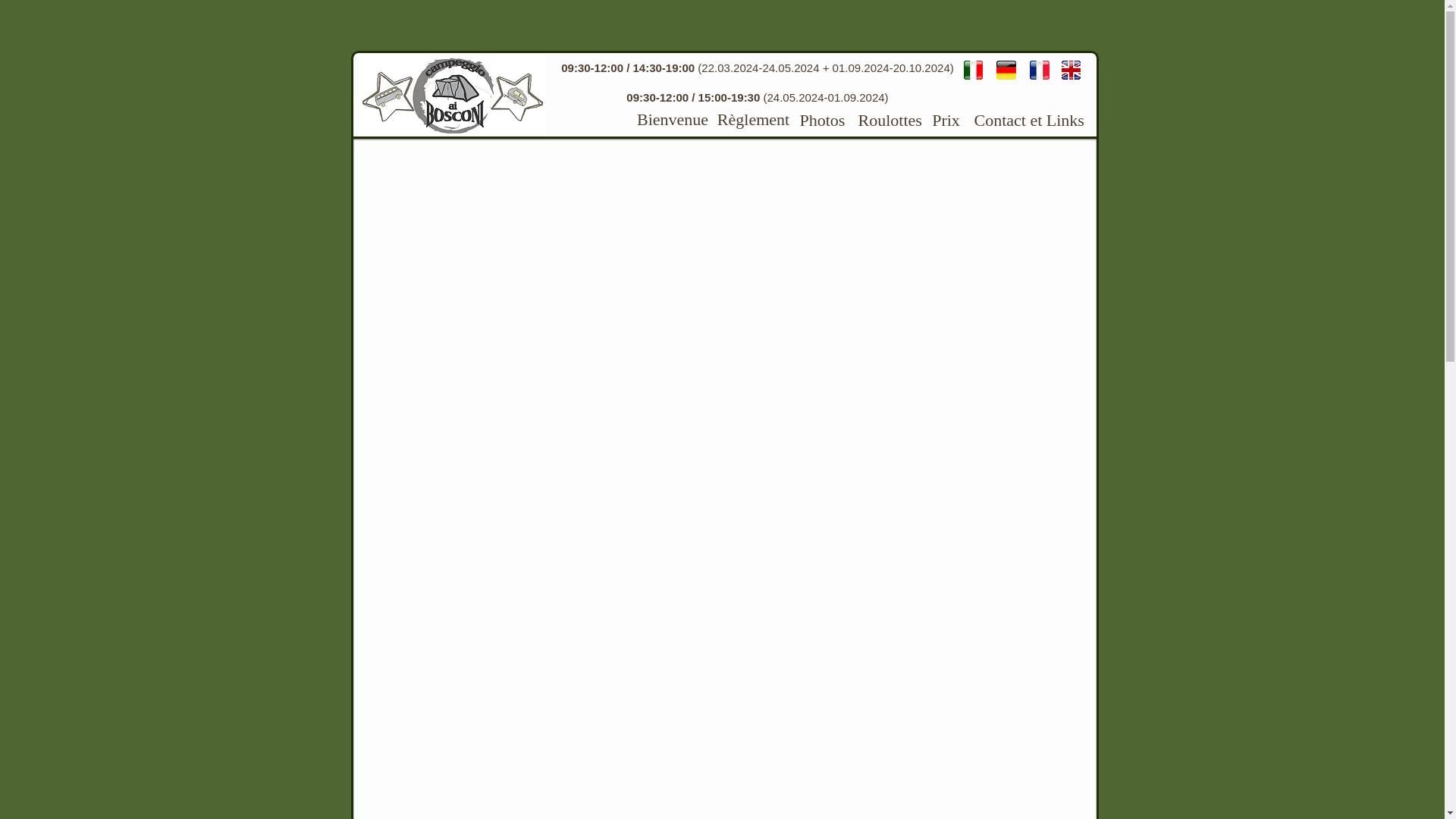 The width and height of the screenshot is (1456, 819). Describe the element at coordinates (930, 119) in the screenshot. I see `'Prix'` at that location.